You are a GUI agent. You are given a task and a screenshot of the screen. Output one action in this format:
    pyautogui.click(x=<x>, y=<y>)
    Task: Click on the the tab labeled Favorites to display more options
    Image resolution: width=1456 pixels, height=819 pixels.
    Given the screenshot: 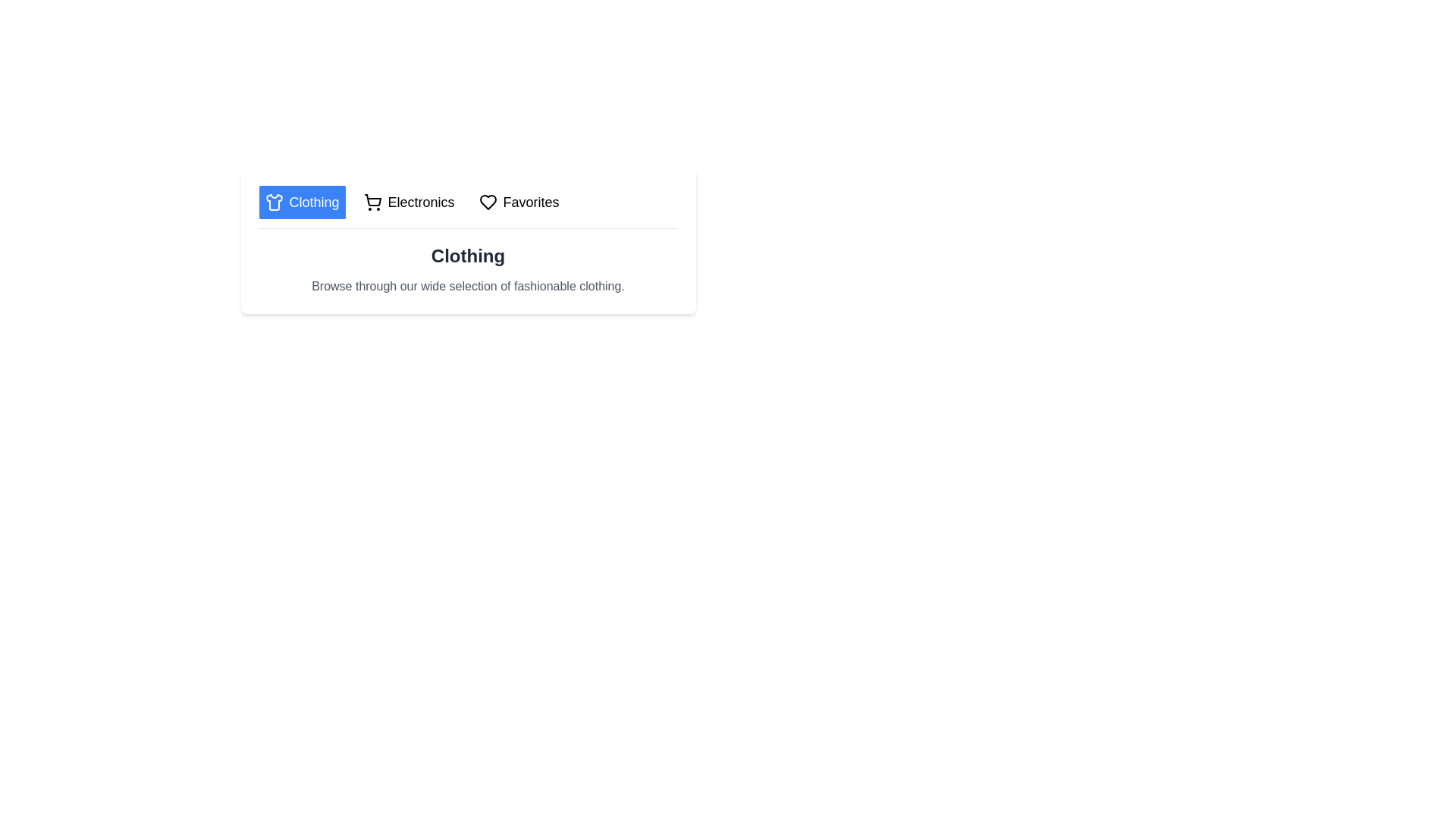 What is the action you would take?
    pyautogui.click(x=519, y=201)
    